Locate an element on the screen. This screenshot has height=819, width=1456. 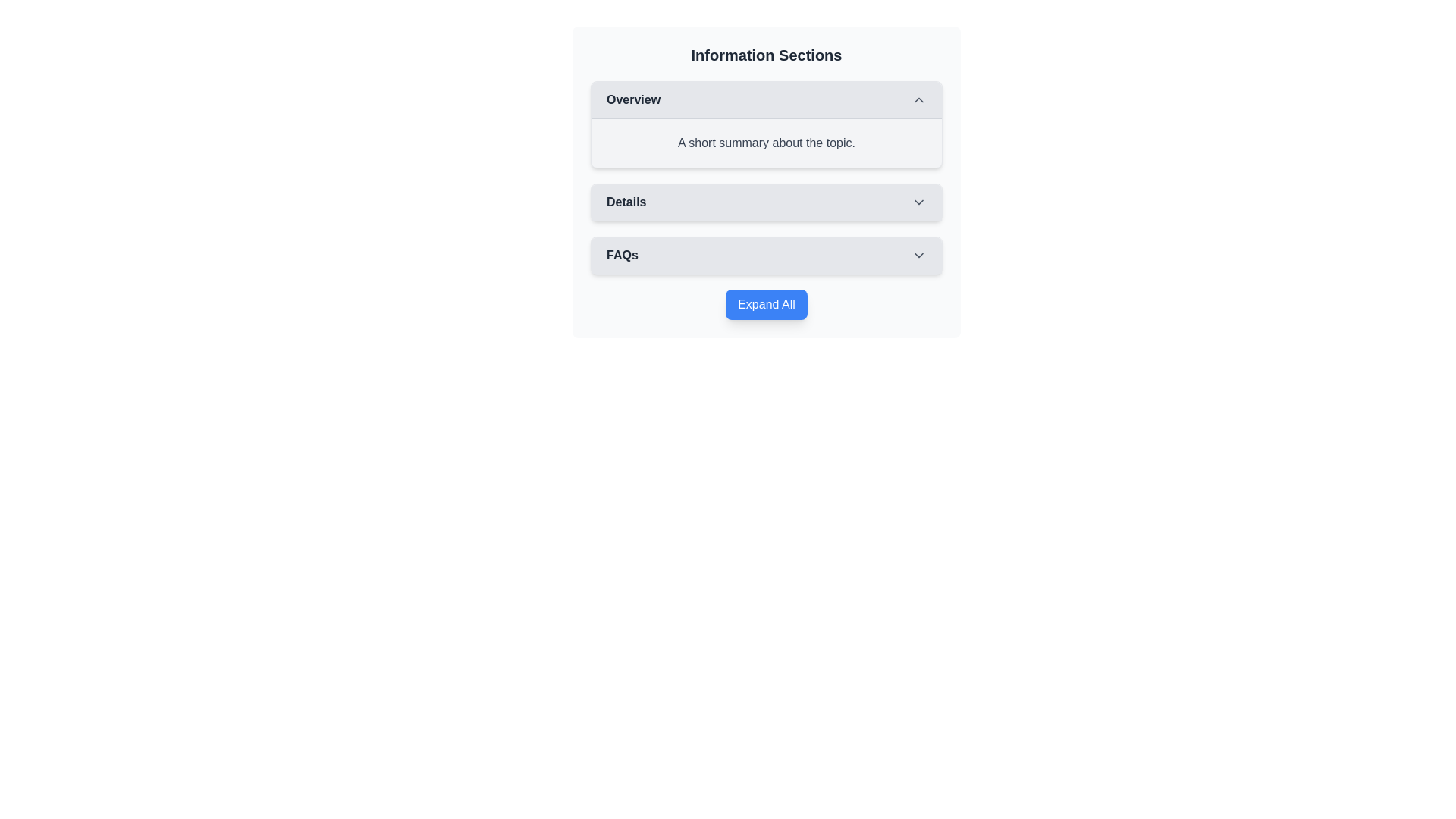
the toggle button in the top-right corner of the 'FAQs' section is located at coordinates (918, 254).